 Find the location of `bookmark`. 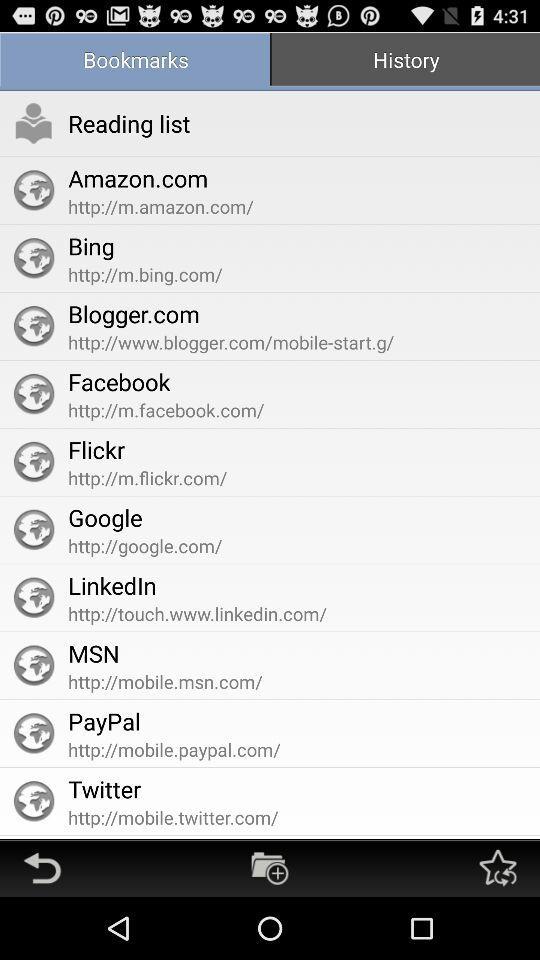

bookmark is located at coordinates (270, 867).